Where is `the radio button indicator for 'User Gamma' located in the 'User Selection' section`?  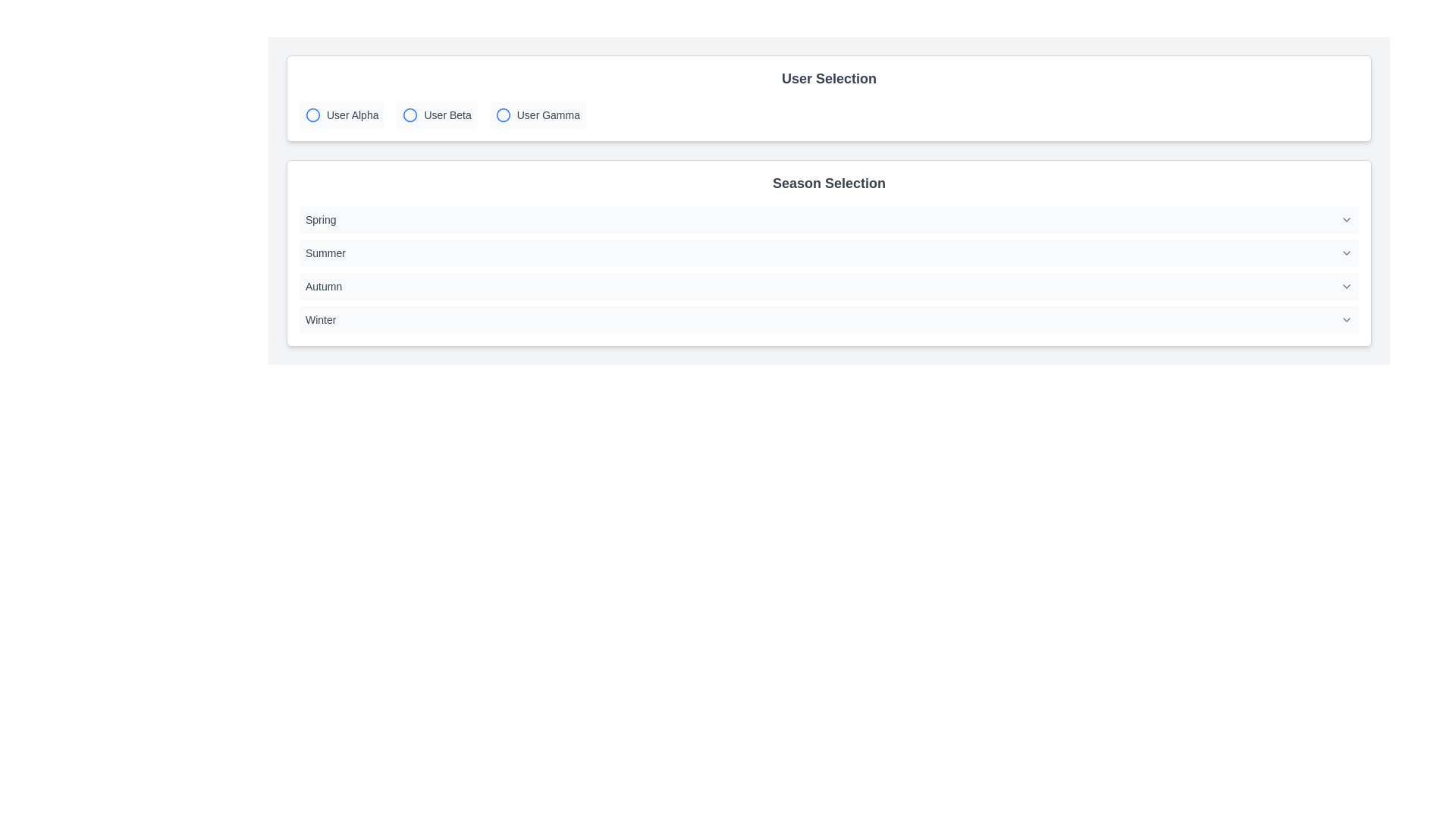
the radio button indicator for 'User Gamma' located in the 'User Selection' section is located at coordinates (503, 114).